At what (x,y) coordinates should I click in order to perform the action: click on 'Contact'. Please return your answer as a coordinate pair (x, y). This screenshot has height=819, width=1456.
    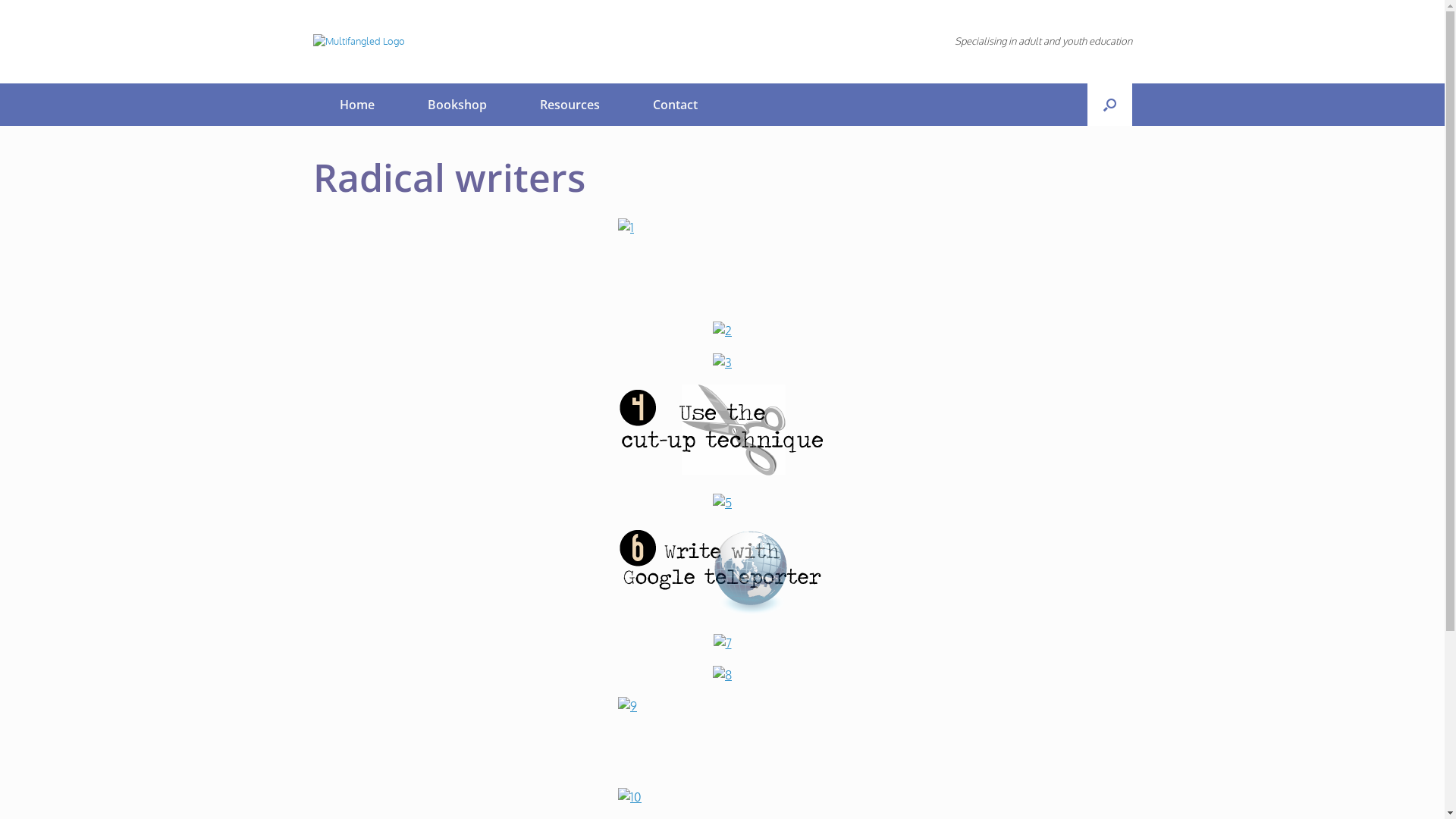
    Looking at the image, I should click on (674, 104).